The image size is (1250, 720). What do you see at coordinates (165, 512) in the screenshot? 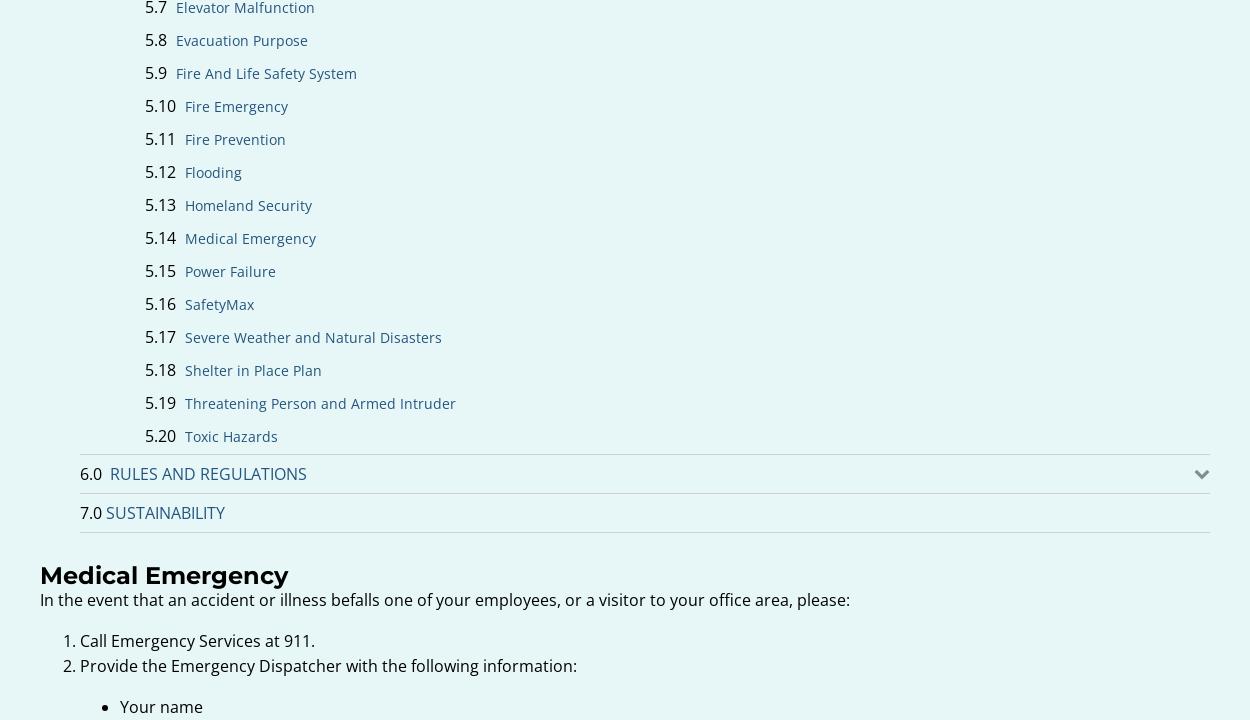
I see `'SUSTAINABILITY'` at bounding box center [165, 512].